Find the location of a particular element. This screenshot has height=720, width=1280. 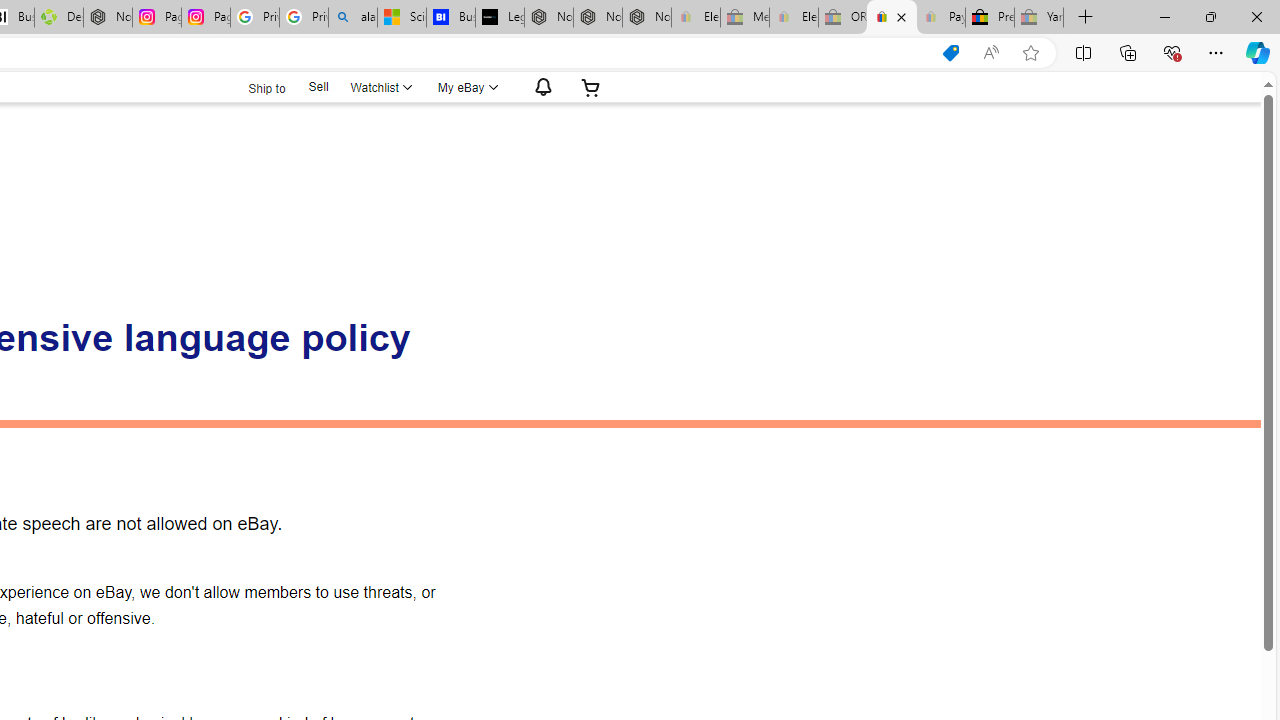

'Notifications' is located at coordinates (538, 86).